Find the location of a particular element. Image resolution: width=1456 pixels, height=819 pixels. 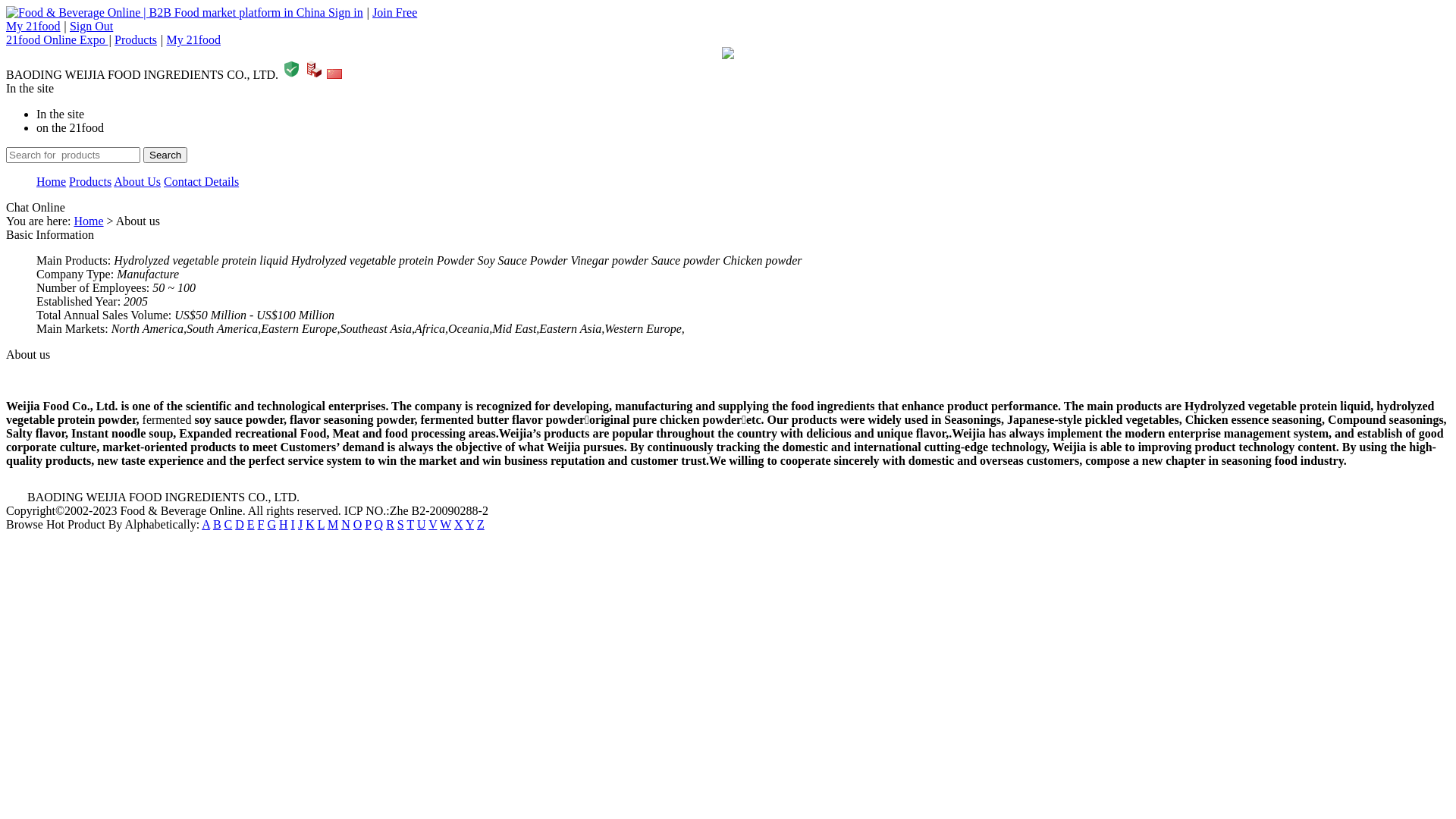

'D' is located at coordinates (239, 523).